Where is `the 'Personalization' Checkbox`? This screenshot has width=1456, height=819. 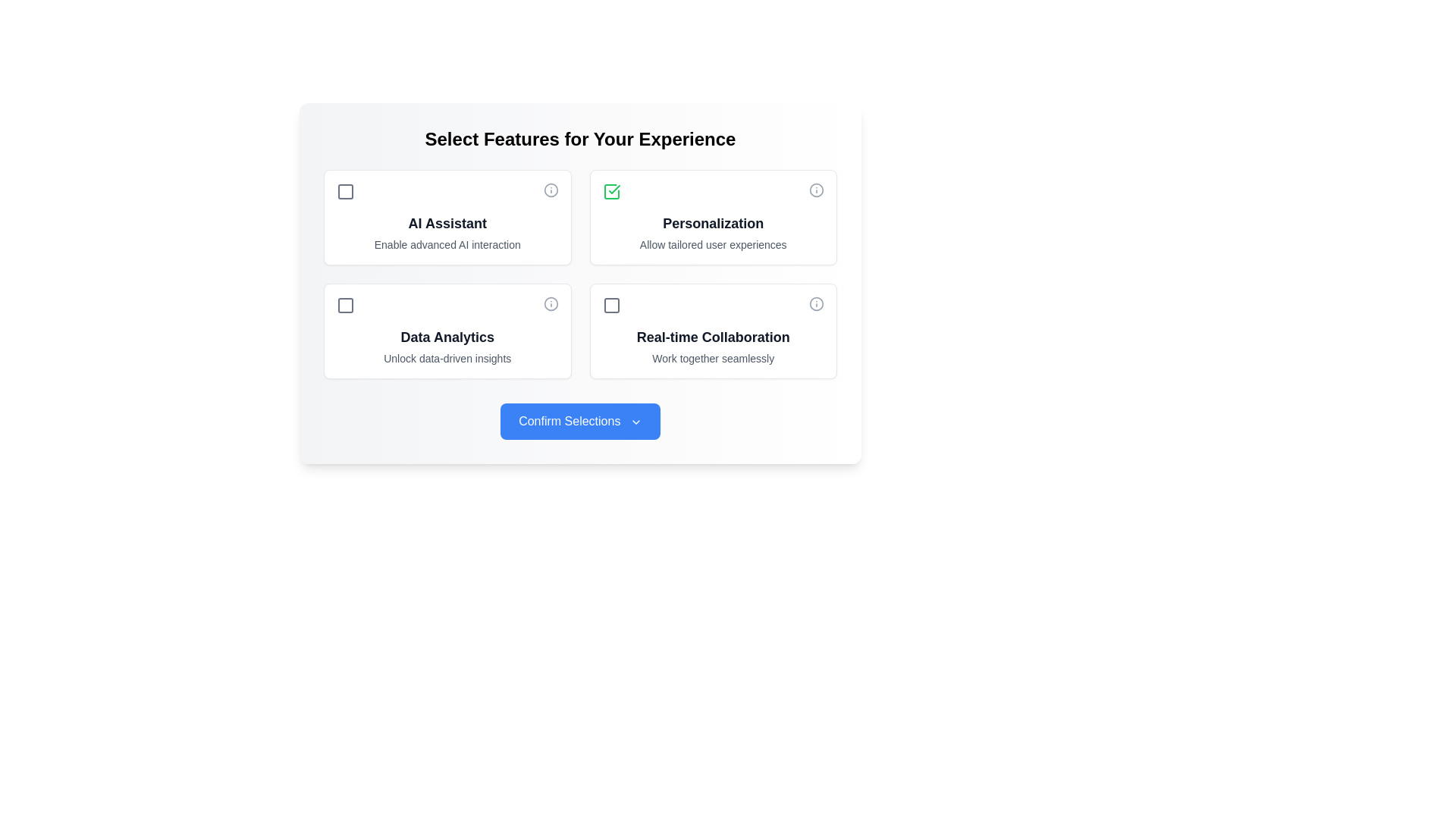 the 'Personalization' Checkbox is located at coordinates (611, 191).